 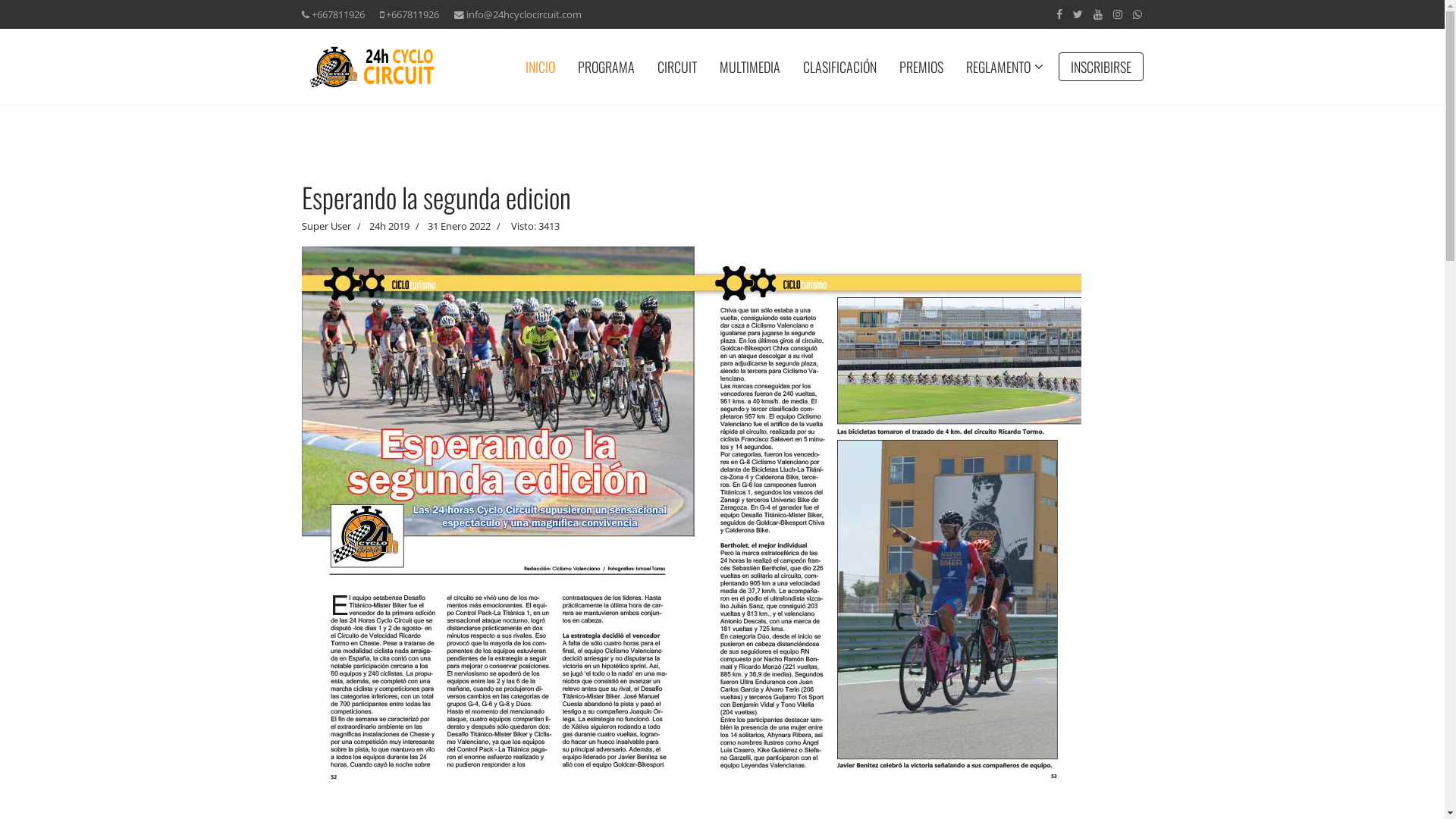 I want to click on '+667811926', so click(x=337, y=14).